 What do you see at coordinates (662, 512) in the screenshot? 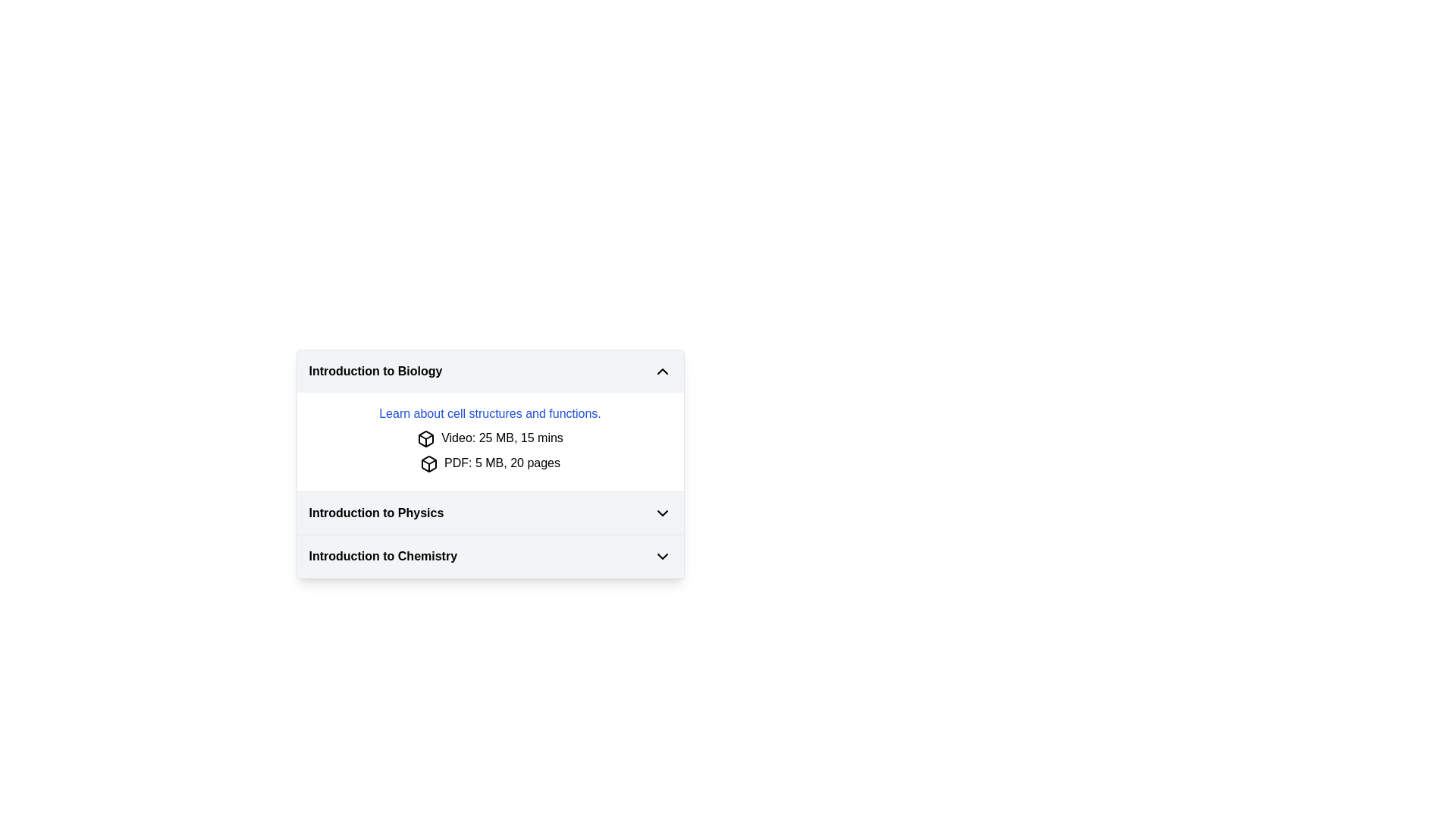
I see `the downward pointing chevron icon button located to the right of the text 'Introduction to Physics'` at bounding box center [662, 512].